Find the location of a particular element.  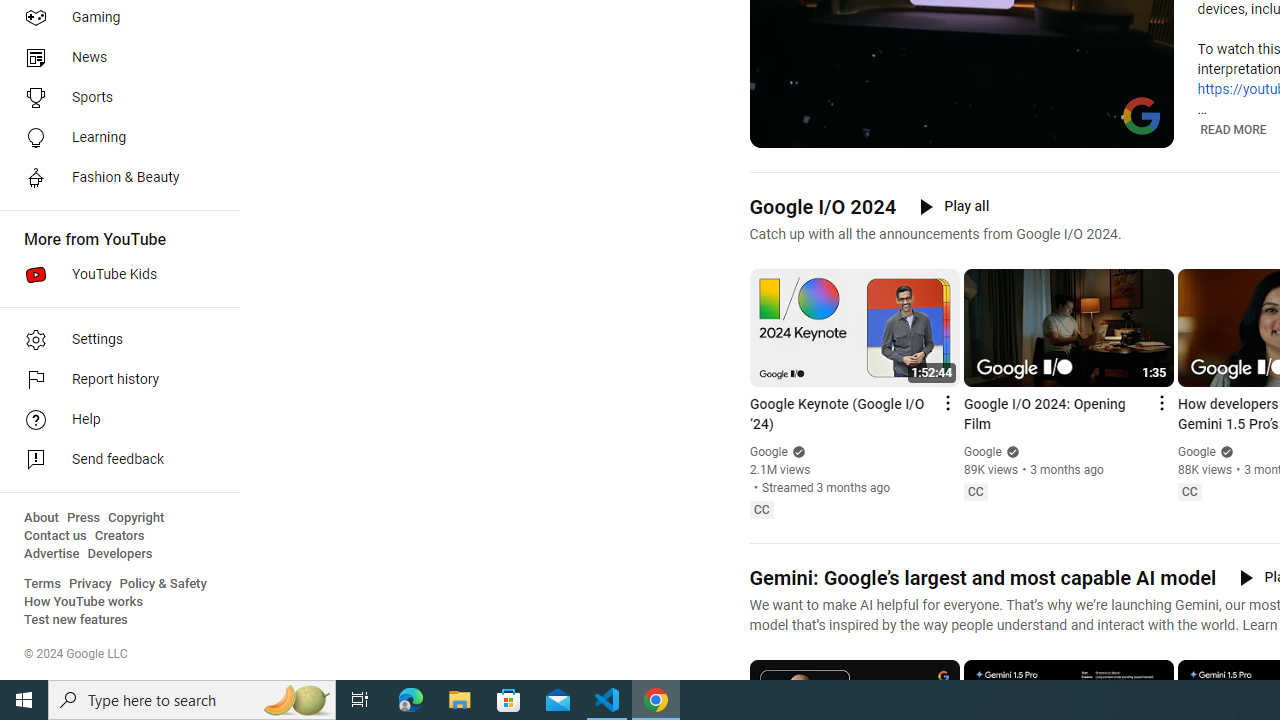

'Test new features' is located at coordinates (76, 619).